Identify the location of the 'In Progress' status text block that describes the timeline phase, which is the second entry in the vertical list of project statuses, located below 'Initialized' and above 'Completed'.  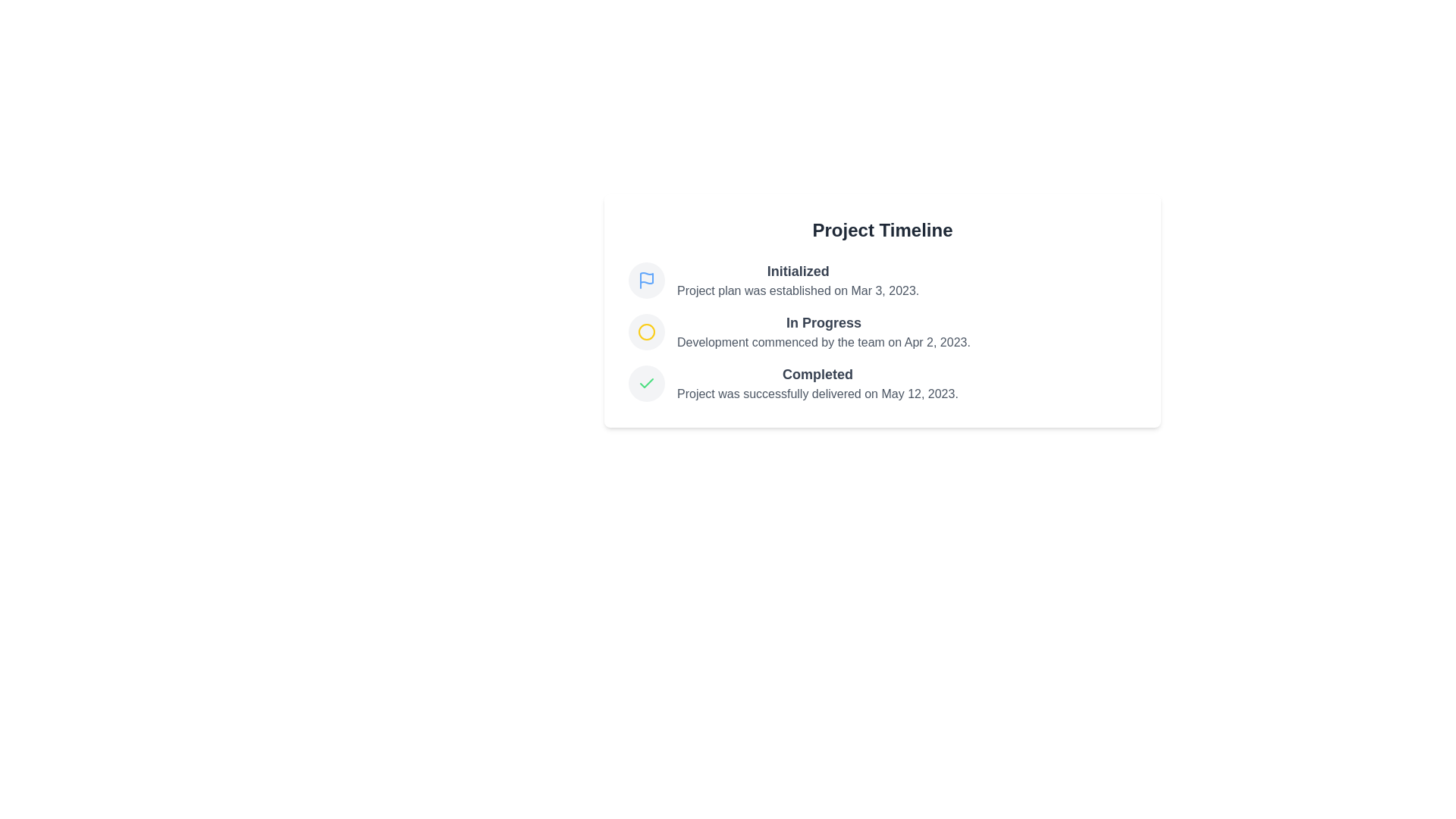
(823, 331).